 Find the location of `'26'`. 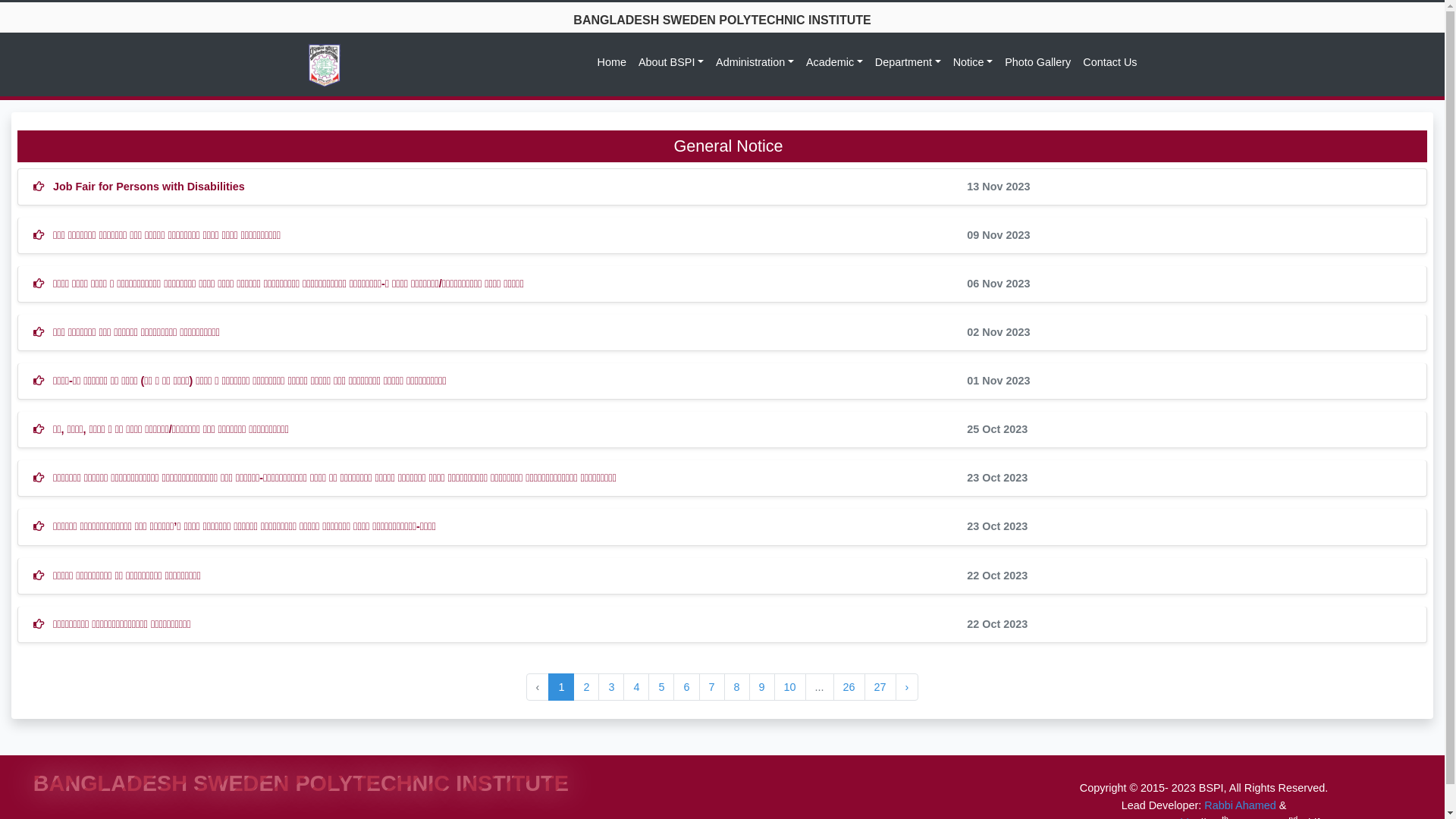

'26' is located at coordinates (848, 687).